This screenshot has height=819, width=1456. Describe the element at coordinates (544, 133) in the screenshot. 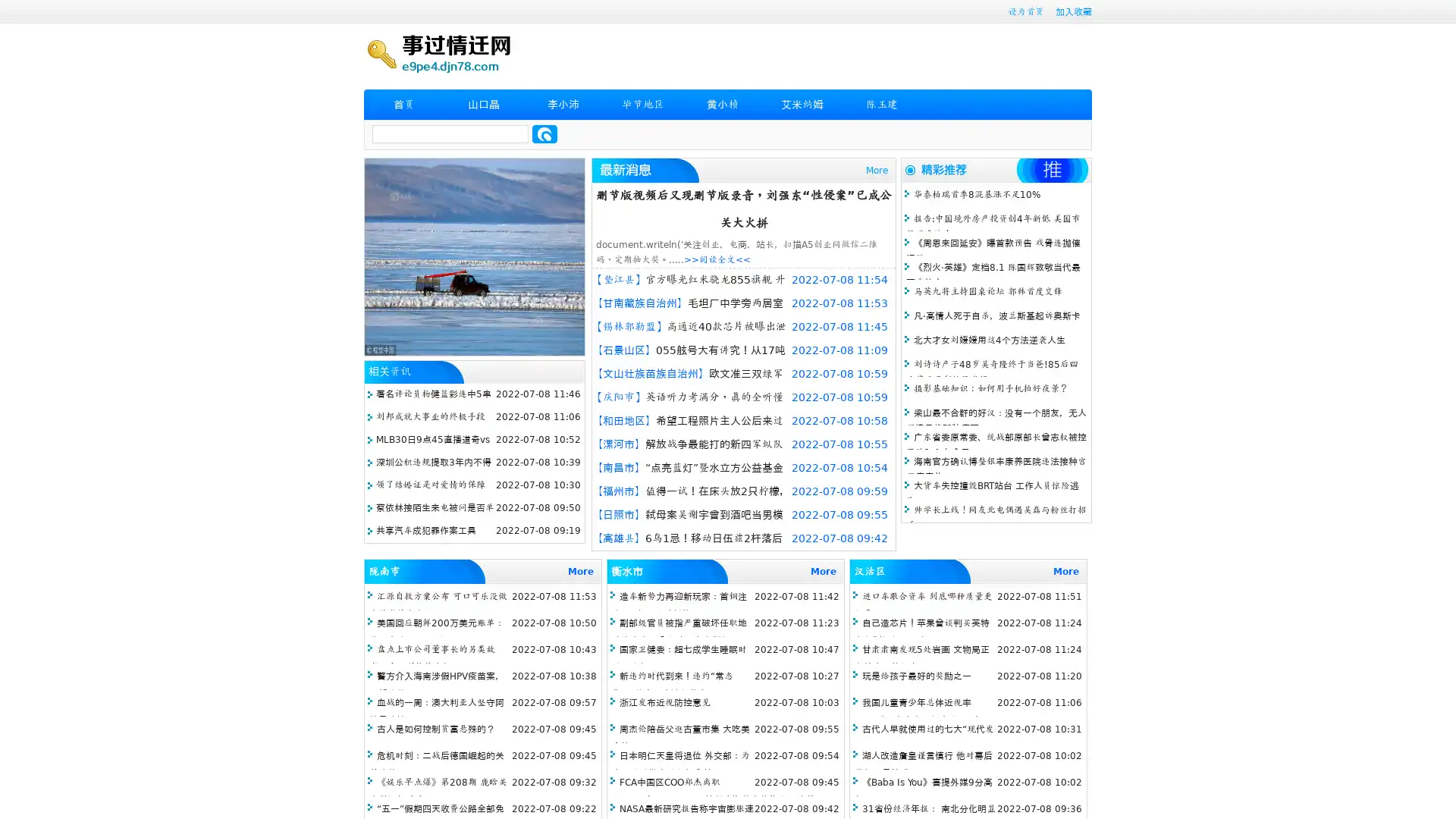

I see `Search` at that location.